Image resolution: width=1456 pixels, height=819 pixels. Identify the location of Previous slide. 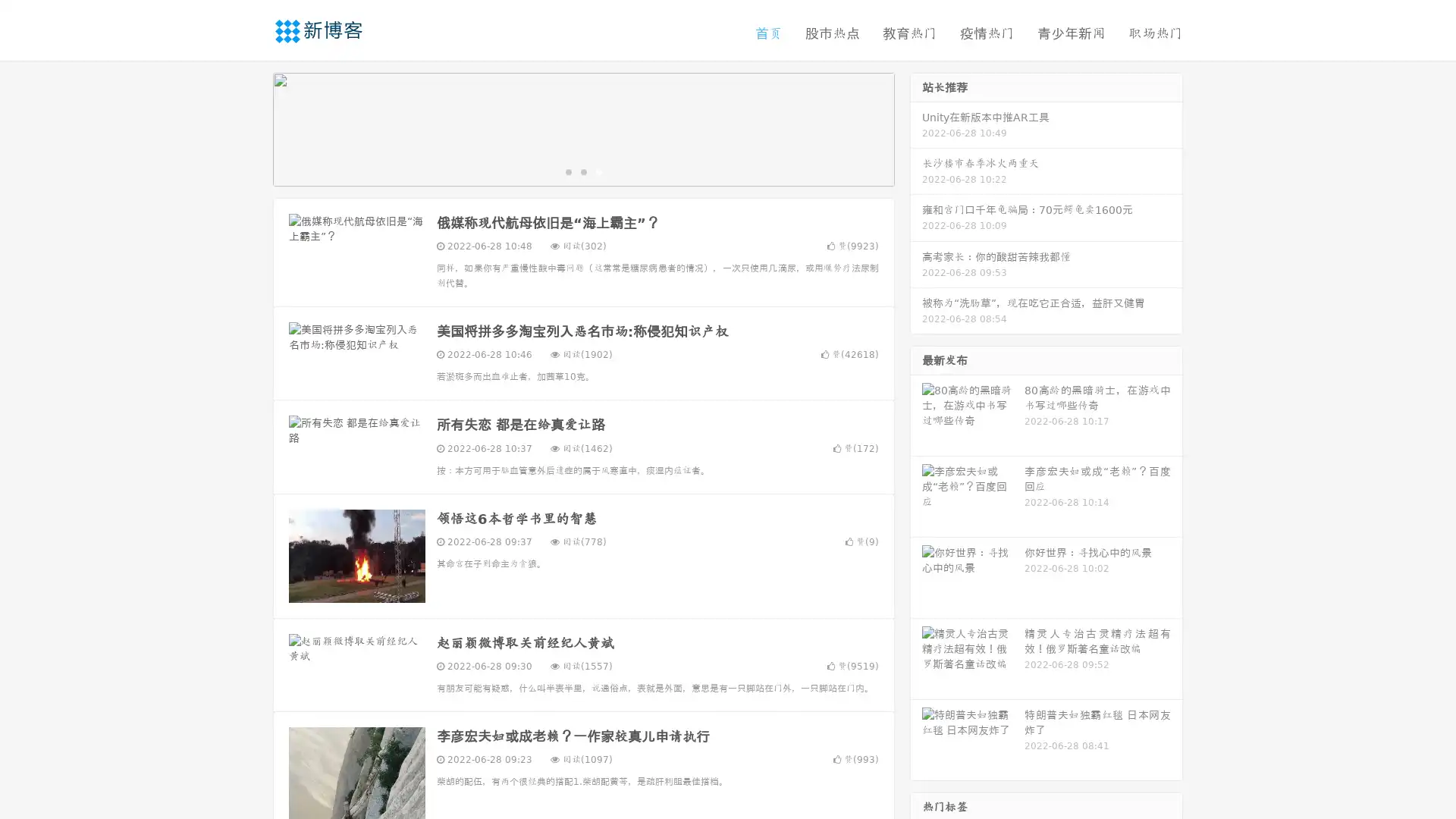
(250, 127).